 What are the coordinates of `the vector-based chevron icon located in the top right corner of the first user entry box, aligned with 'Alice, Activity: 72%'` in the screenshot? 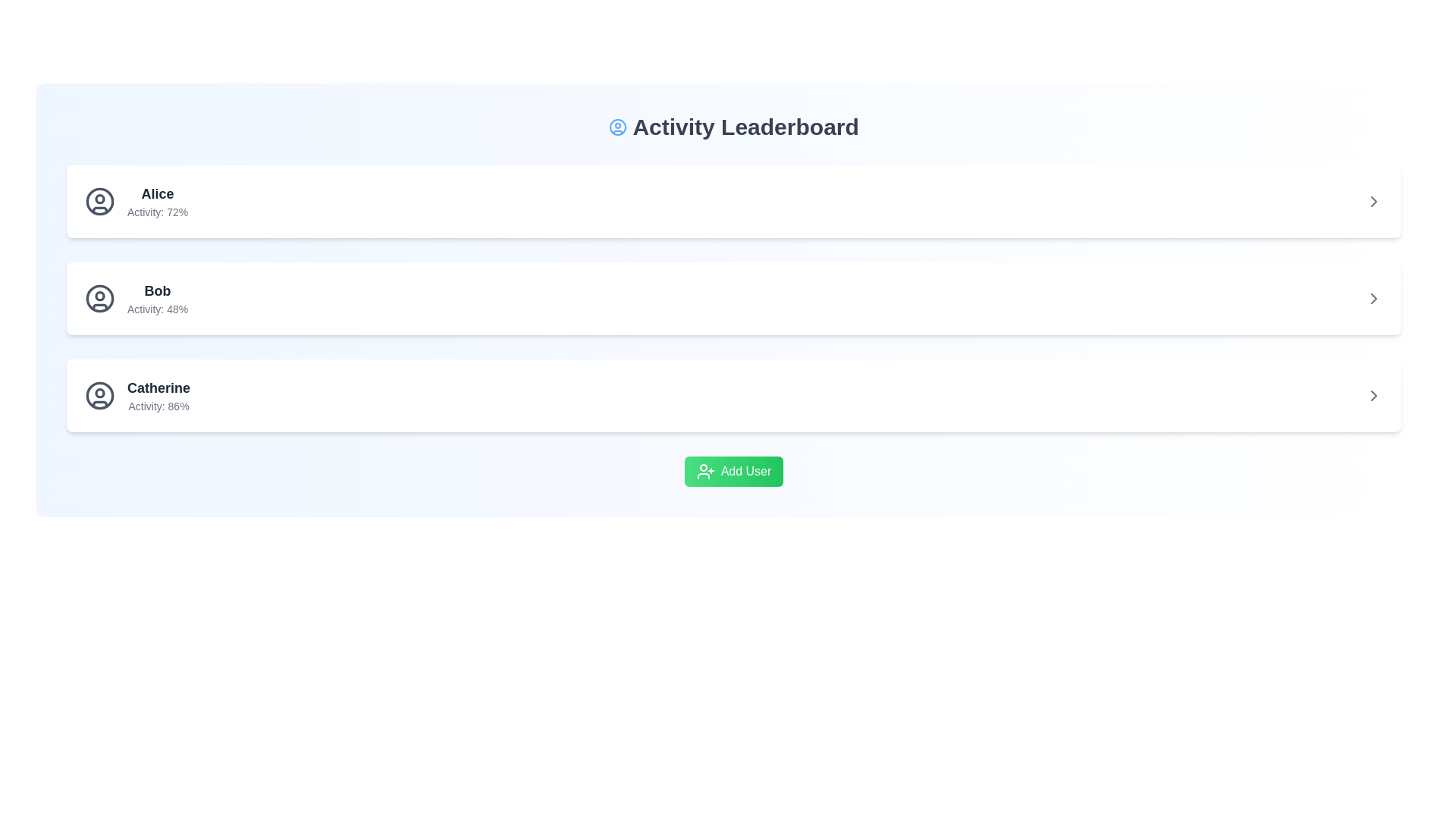 It's located at (1373, 201).